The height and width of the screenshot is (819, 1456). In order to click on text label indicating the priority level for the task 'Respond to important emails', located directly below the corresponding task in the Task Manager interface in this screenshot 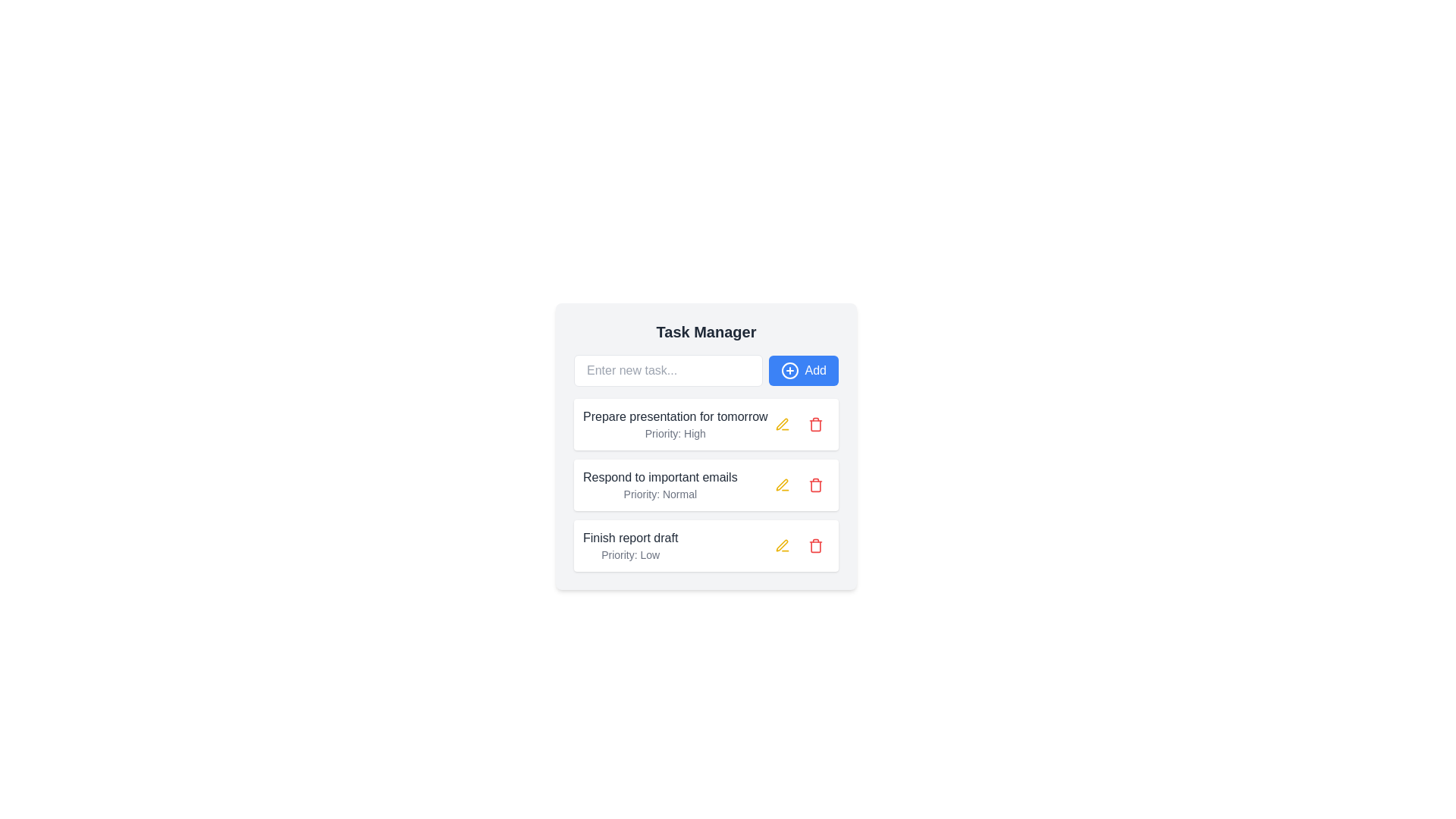, I will do `click(660, 494)`.